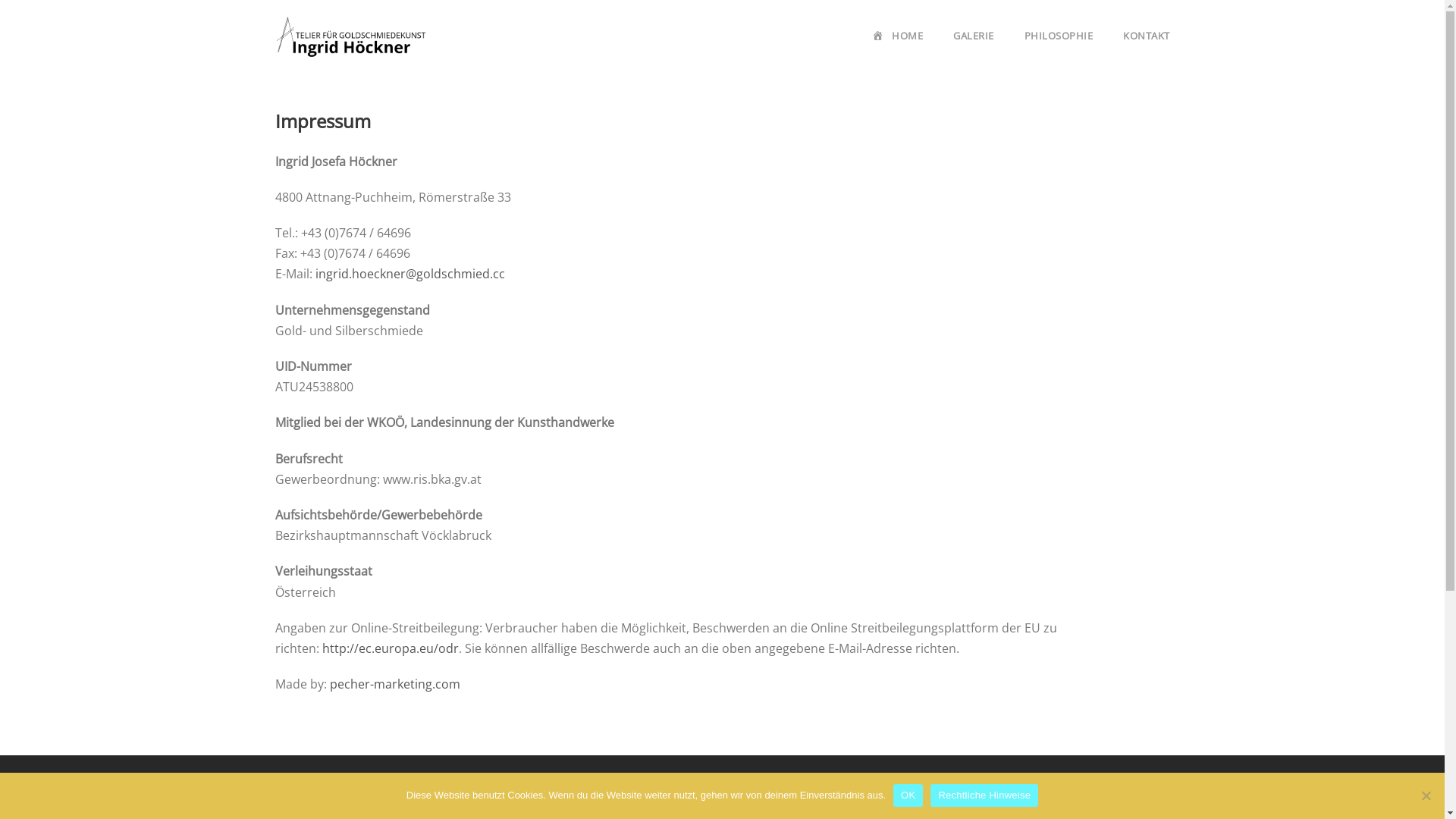 The width and height of the screenshot is (1456, 819). What do you see at coordinates (1147, 48) in the screenshot?
I see `'KONTAKT'` at bounding box center [1147, 48].